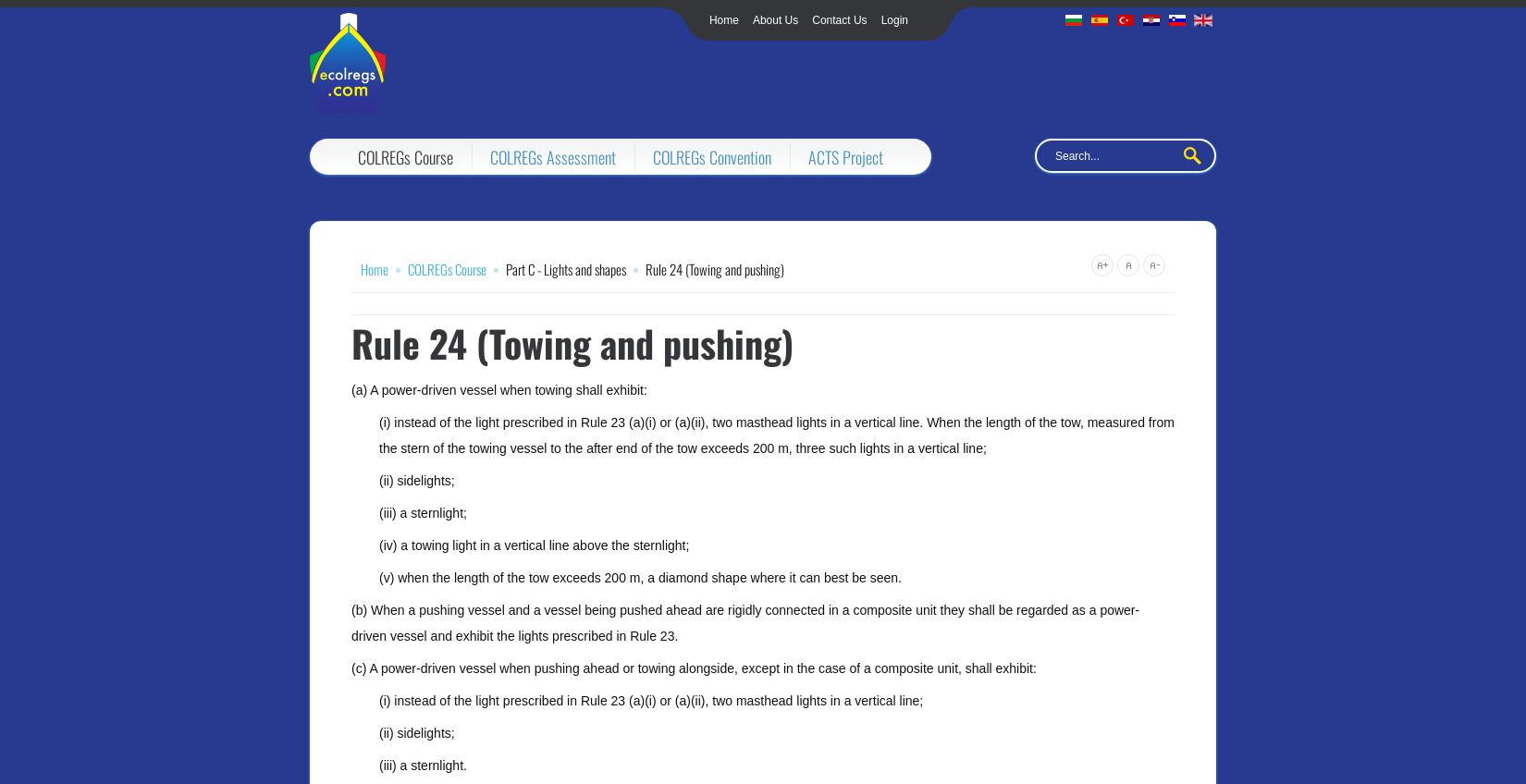  Describe the element at coordinates (551, 157) in the screenshot. I see `'COLREGs Assessment'` at that location.